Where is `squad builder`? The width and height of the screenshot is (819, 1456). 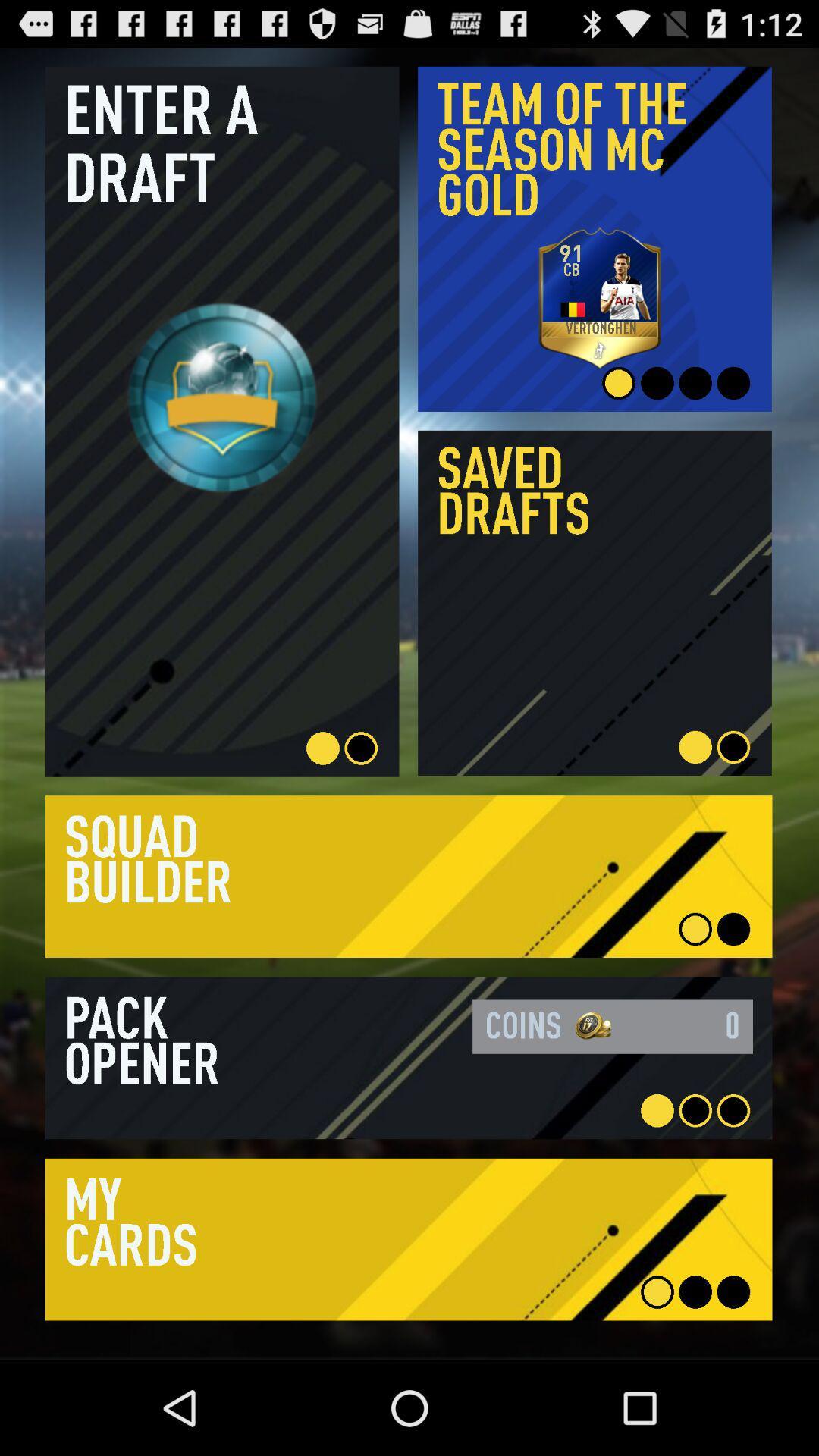
squad builder is located at coordinates (408, 877).